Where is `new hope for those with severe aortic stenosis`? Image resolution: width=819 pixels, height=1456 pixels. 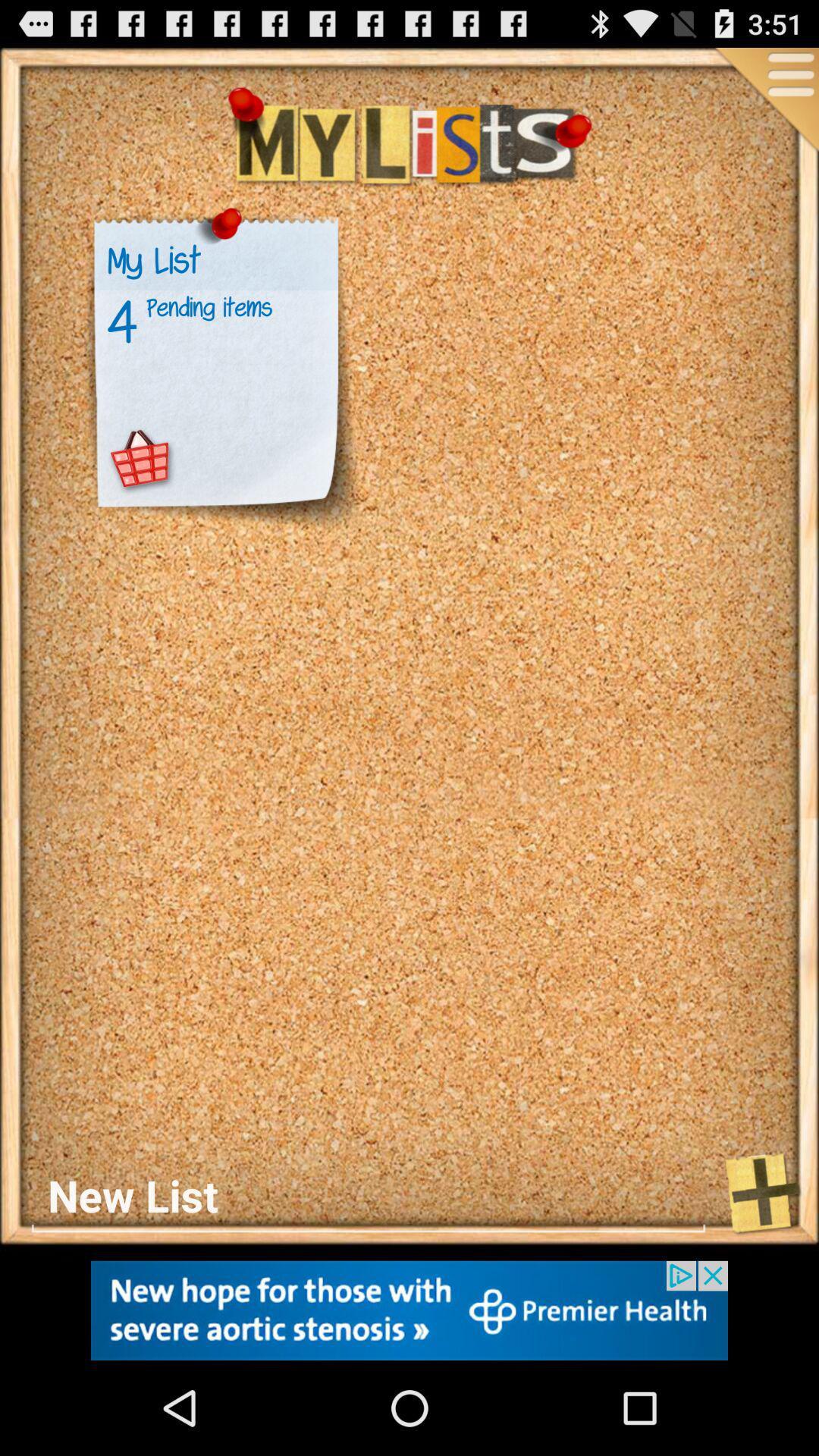 new hope for those with severe aortic stenosis is located at coordinates (409, 1310).